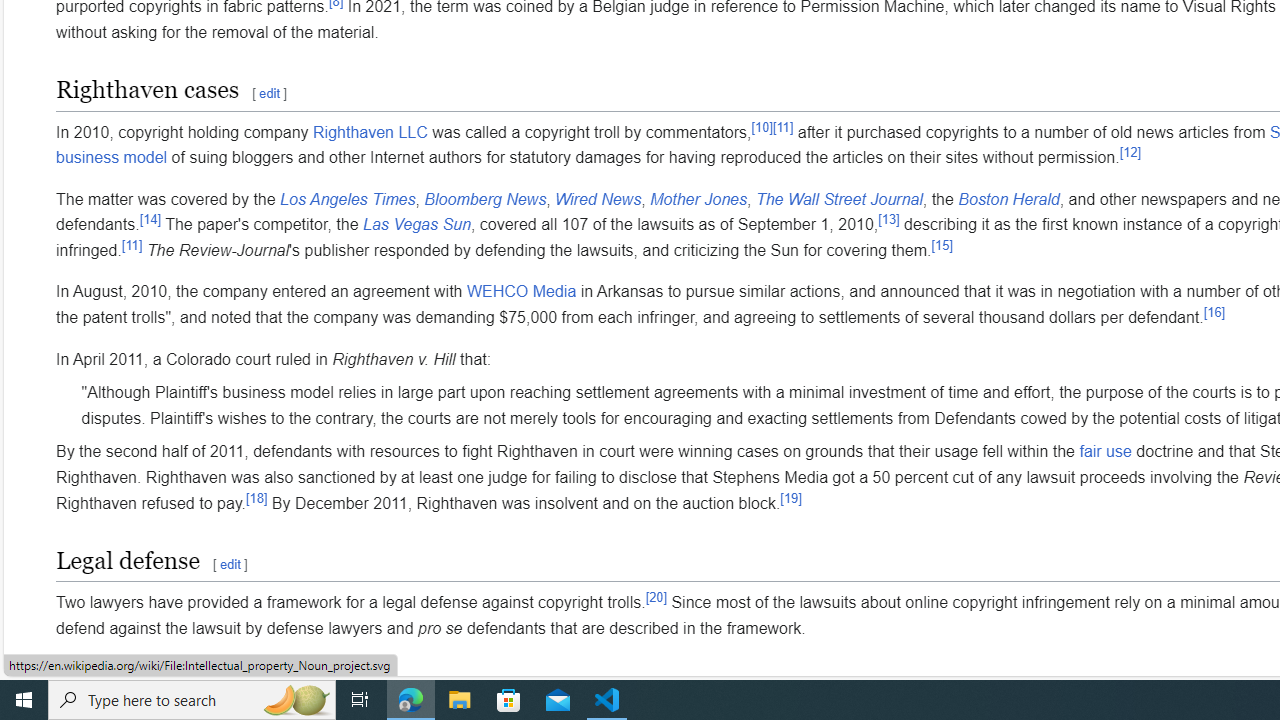 The width and height of the screenshot is (1280, 720). I want to click on 'Las Vegas Sun', so click(415, 225).